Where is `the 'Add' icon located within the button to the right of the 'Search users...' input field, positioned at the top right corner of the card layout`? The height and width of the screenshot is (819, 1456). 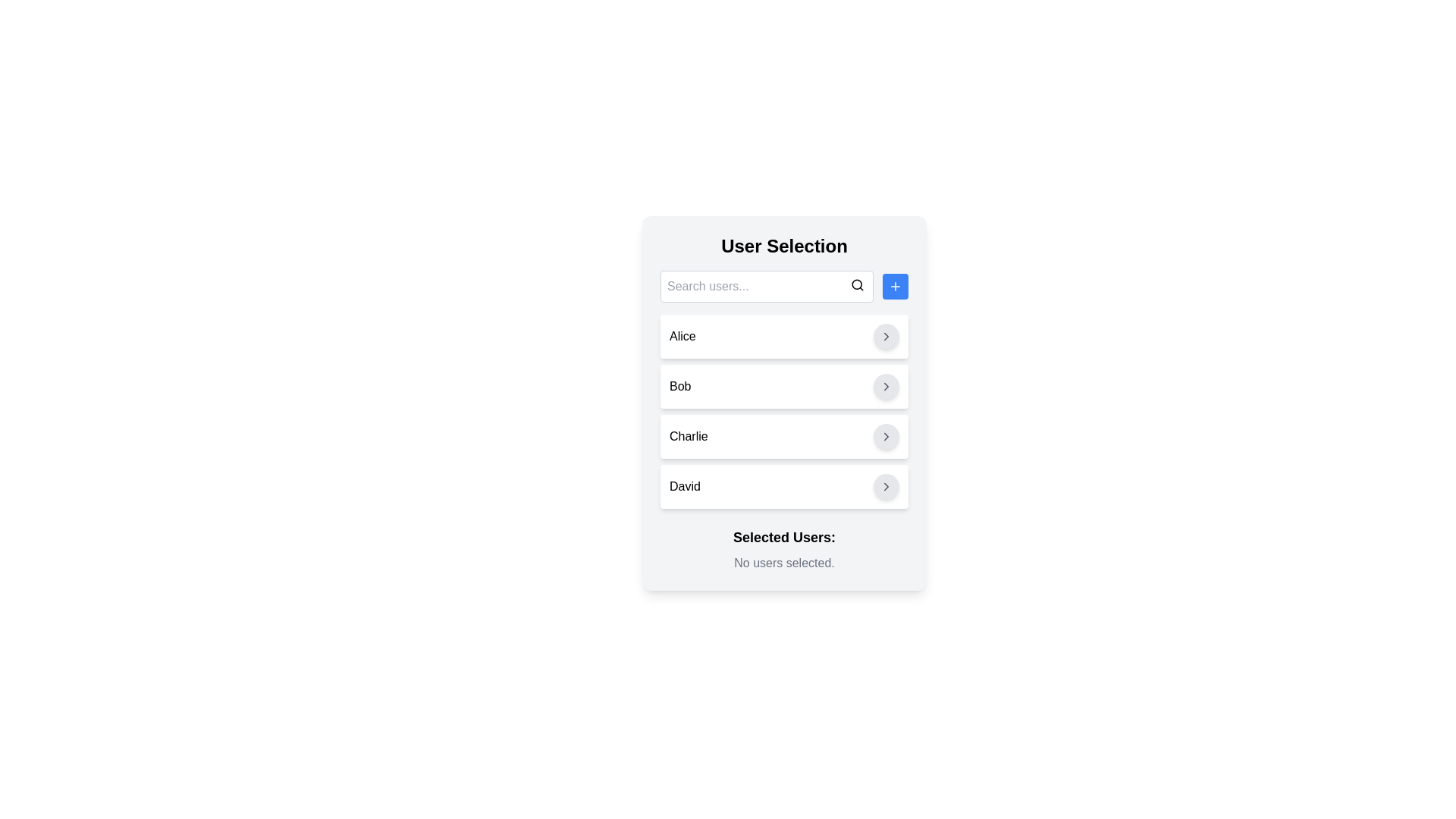
the 'Add' icon located within the button to the right of the 'Search users...' input field, positioned at the top right corner of the card layout is located at coordinates (895, 287).